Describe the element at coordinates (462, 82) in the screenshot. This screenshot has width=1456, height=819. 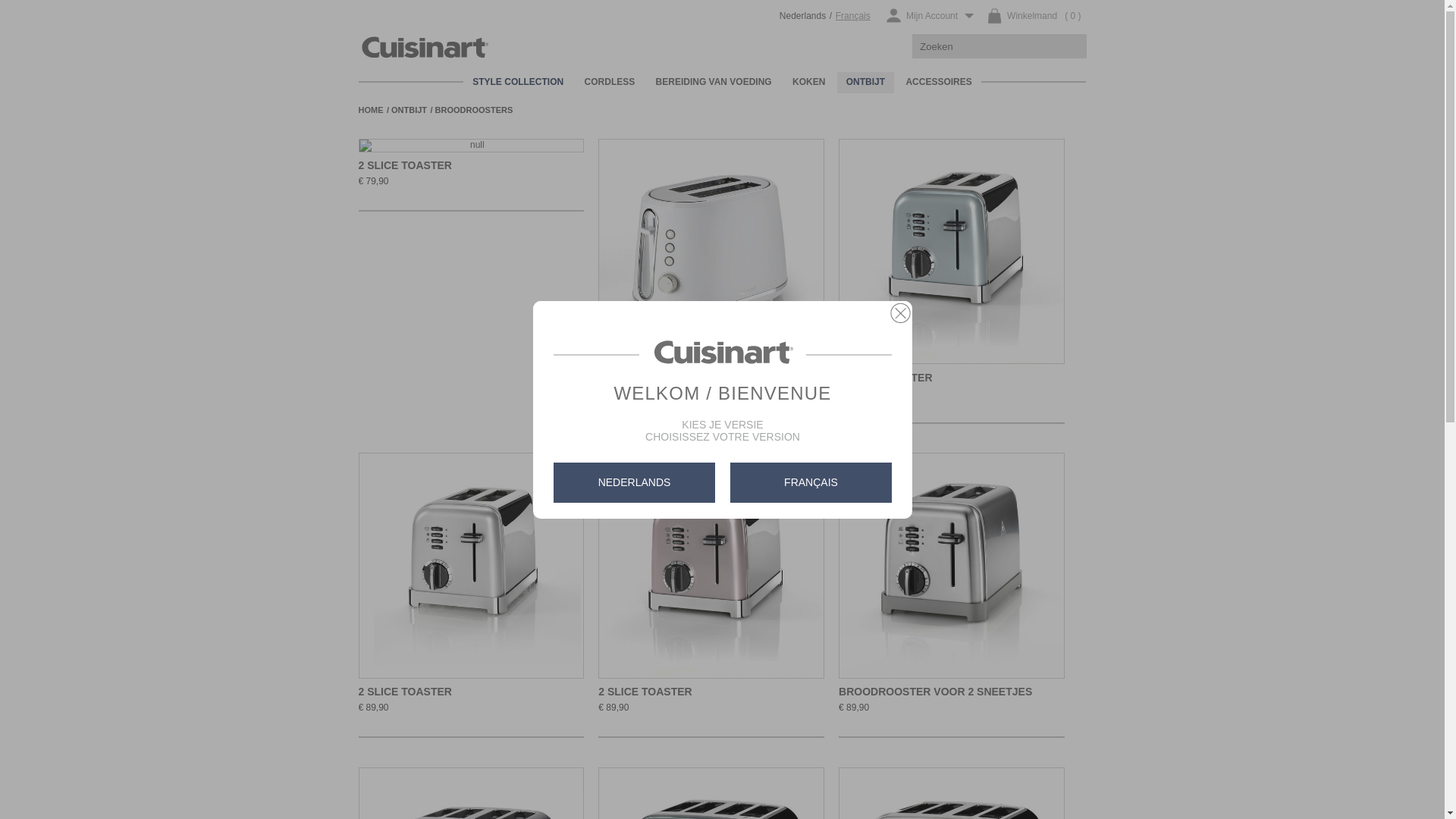
I see `'STYLE COLLECTION'` at that location.